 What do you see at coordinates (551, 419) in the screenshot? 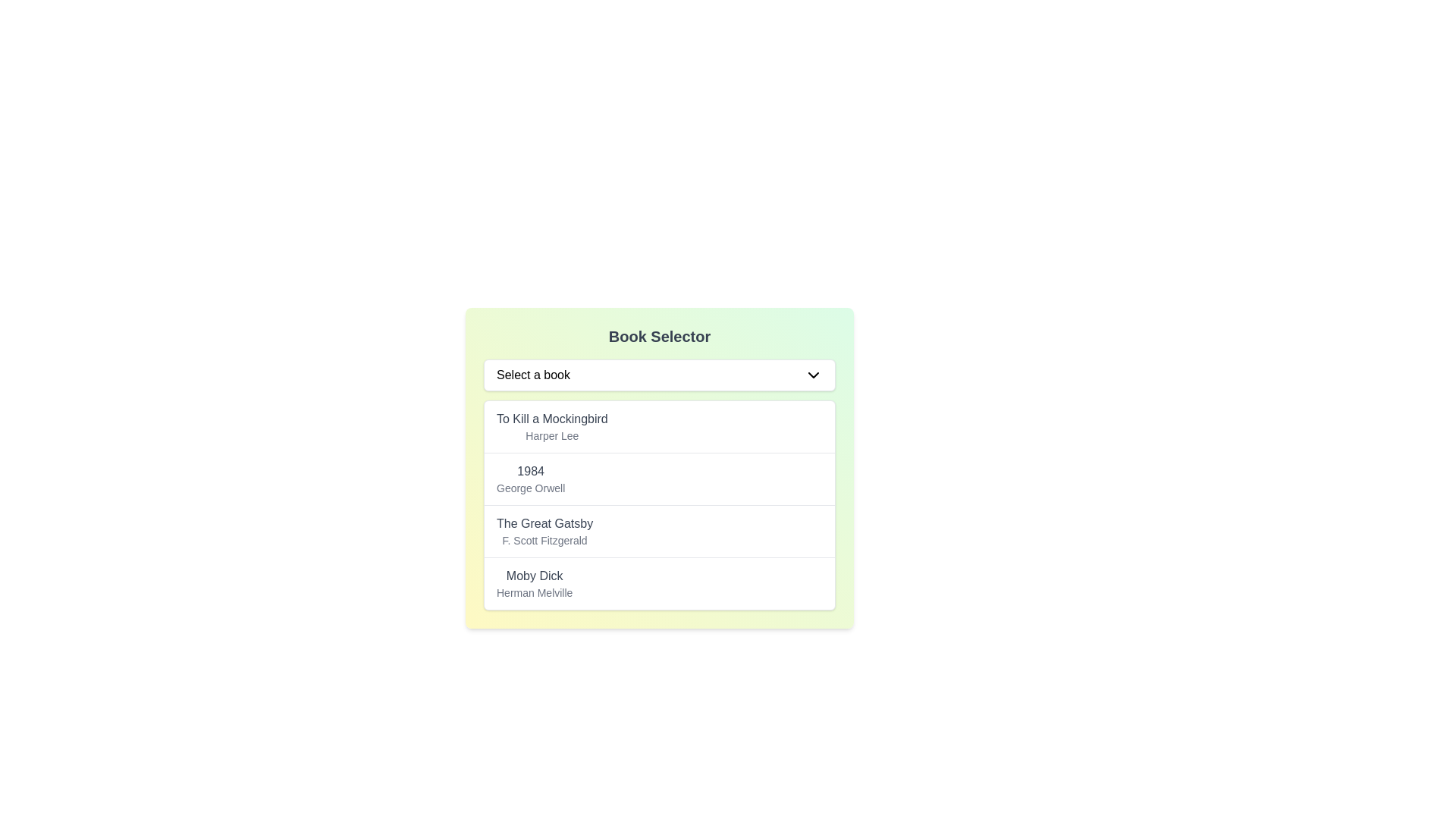
I see `the text label that states 'To Kill a Mockingbird' which is prominently displayed in a dropdown list box labeled 'Book Selector.'` at bounding box center [551, 419].